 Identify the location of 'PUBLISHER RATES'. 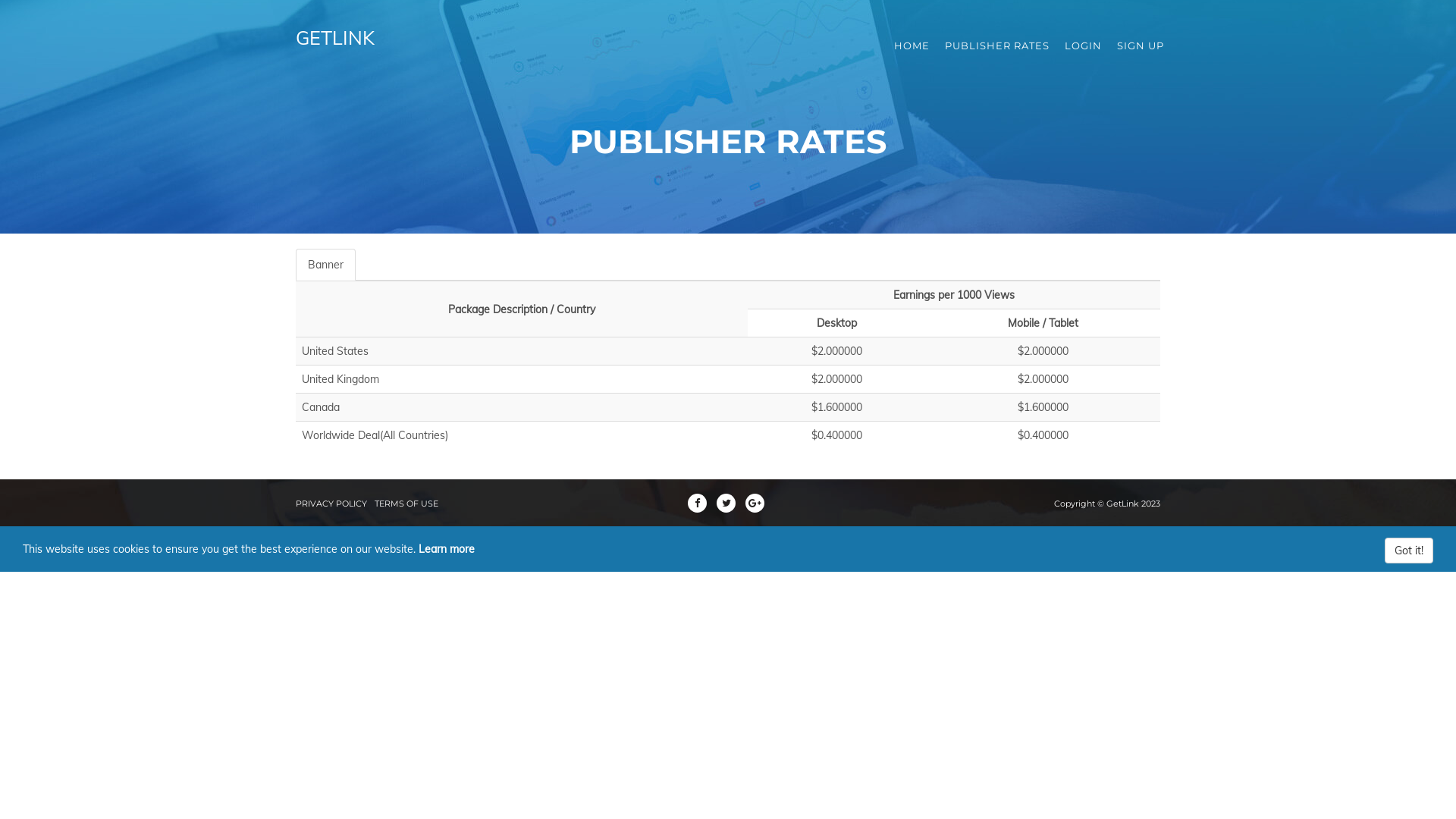
(937, 45).